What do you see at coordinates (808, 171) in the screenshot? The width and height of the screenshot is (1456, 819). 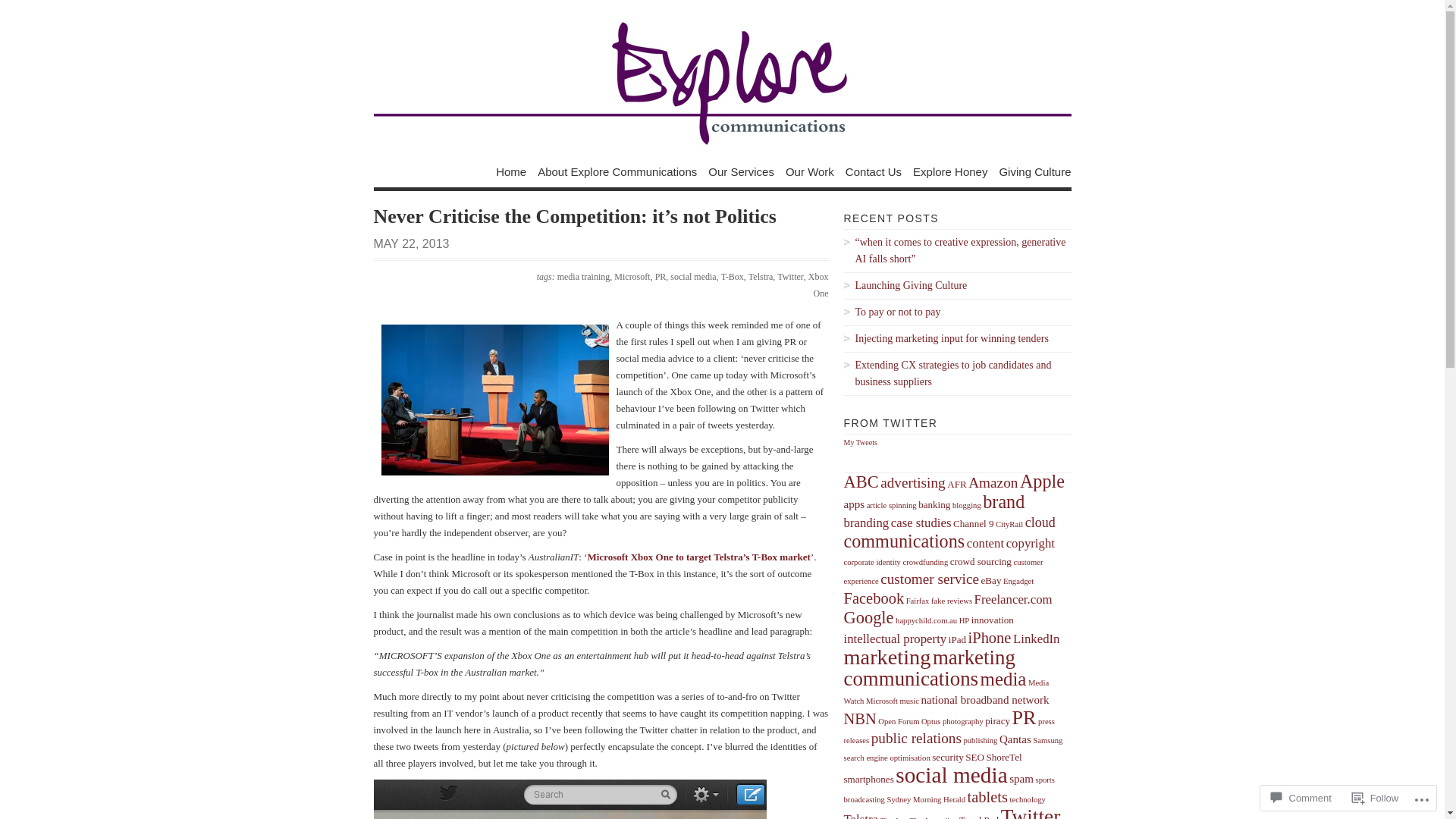 I see `'Our Work'` at bounding box center [808, 171].